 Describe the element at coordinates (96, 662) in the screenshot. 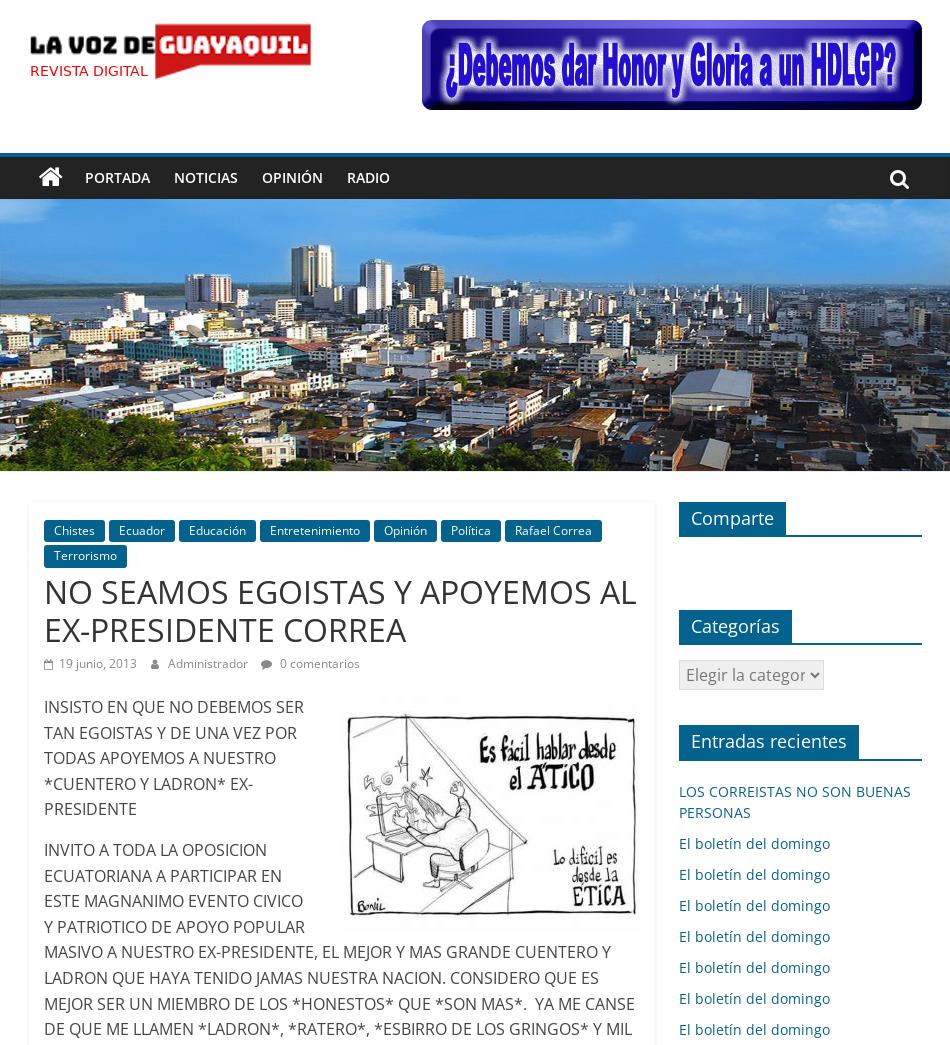

I see `'19 junio, 2013'` at that location.